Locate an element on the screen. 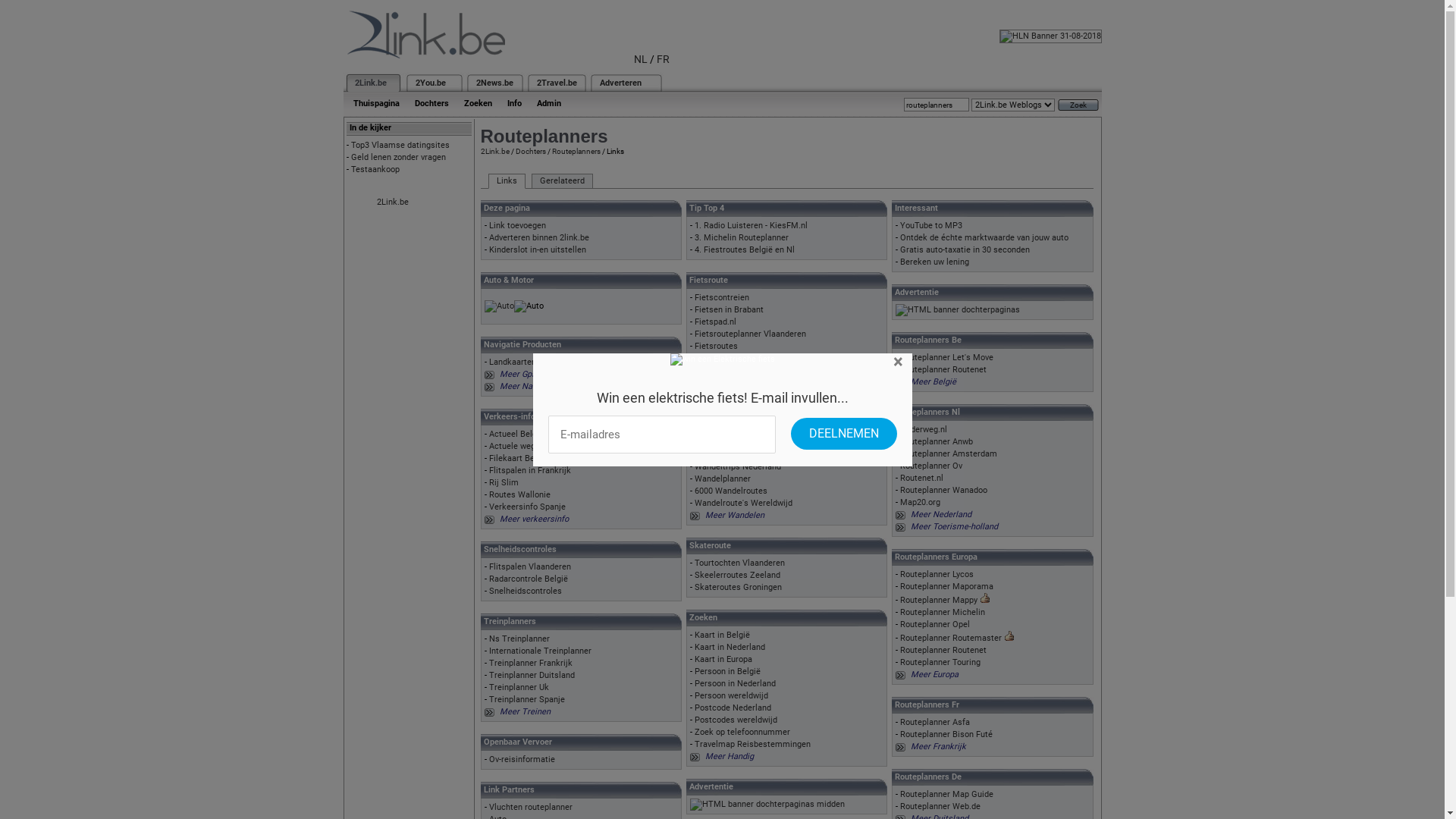 The height and width of the screenshot is (819, 1456). 'Verkeersinfo Spanje' is located at coordinates (526, 507).